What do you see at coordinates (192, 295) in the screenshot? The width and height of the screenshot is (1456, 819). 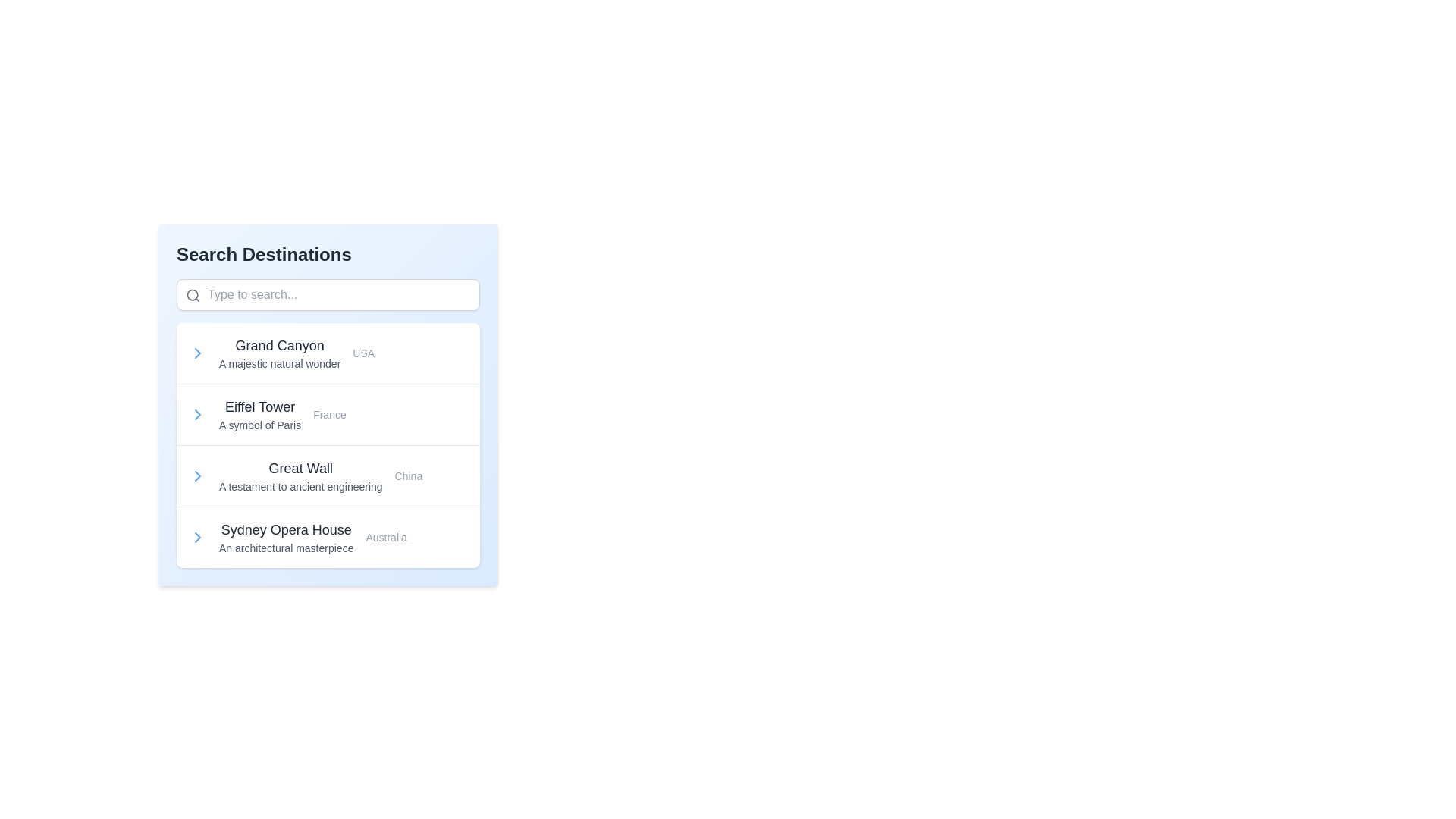 I see `the SVG Circle Element that represents the magnifying glass lens in the search icon located at the top-left corner of the input field under the 'Search Destinations' heading` at bounding box center [192, 295].